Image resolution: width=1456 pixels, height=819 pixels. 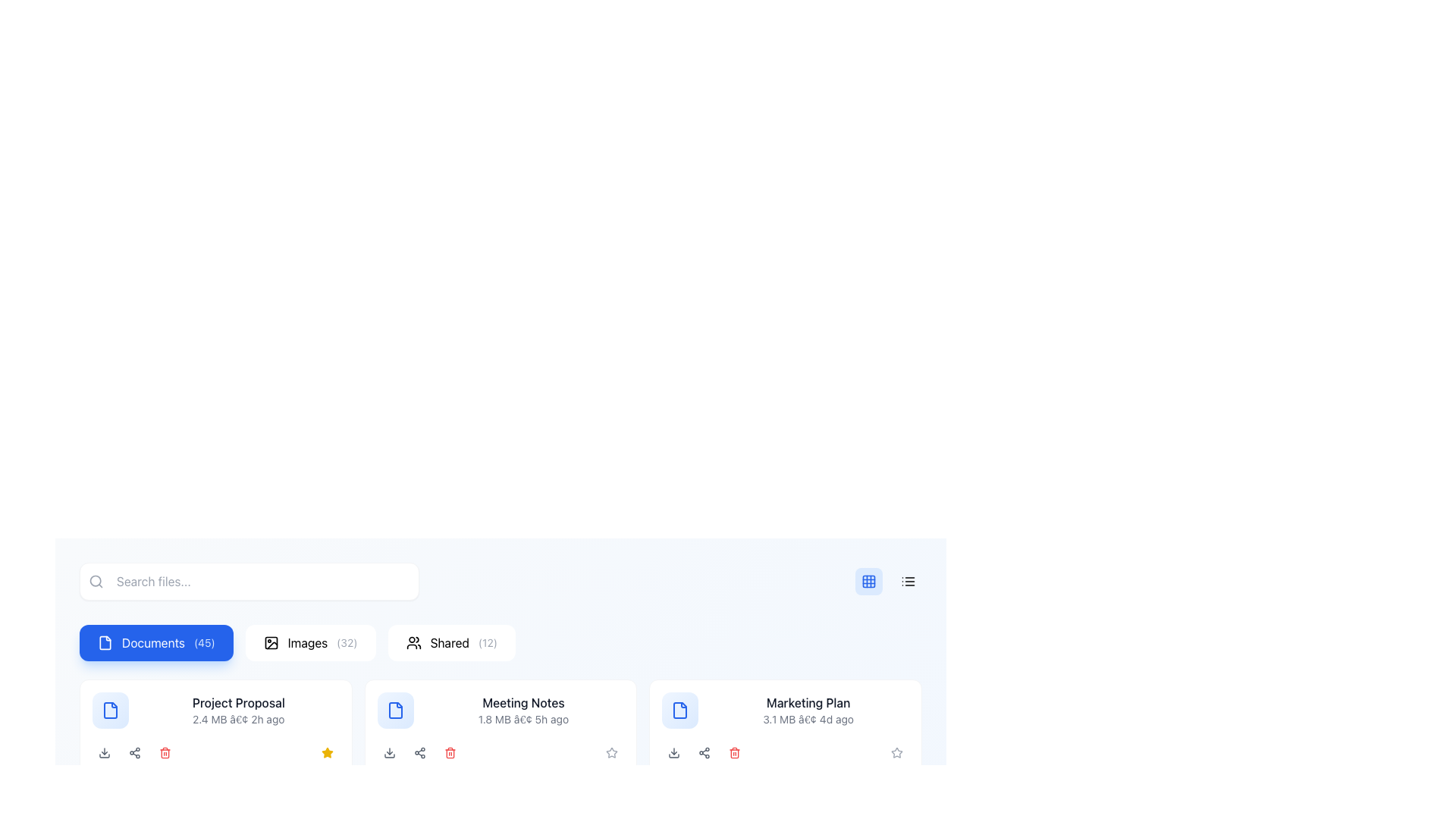 I want to click on the rounded square icon with a gradient blue background, featuring a document-shaped icon, so click(x=395, y=711).